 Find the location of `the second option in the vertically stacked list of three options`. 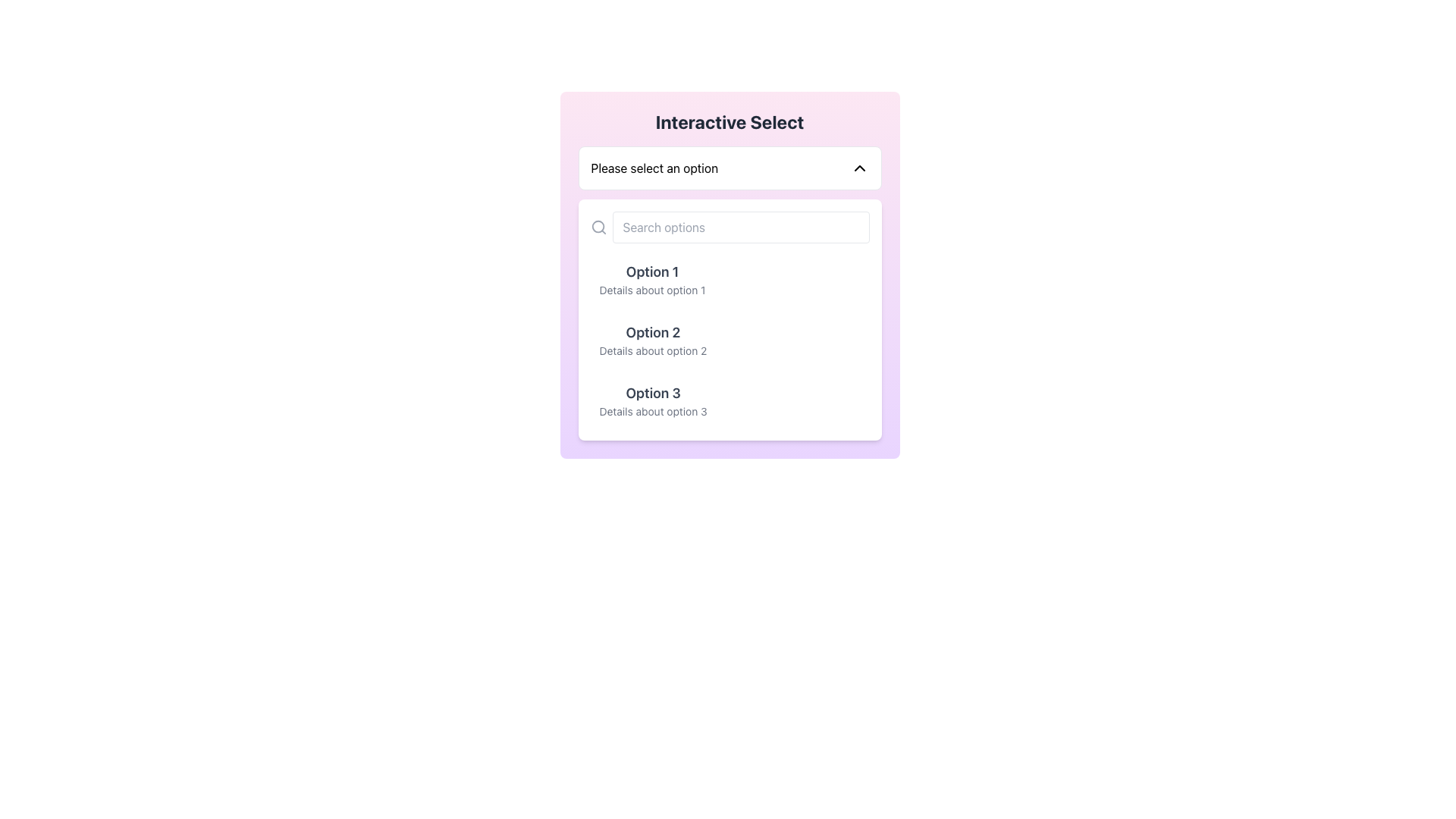

the second option in the vertically stacked list of three options is located at coordinates (730, 339).